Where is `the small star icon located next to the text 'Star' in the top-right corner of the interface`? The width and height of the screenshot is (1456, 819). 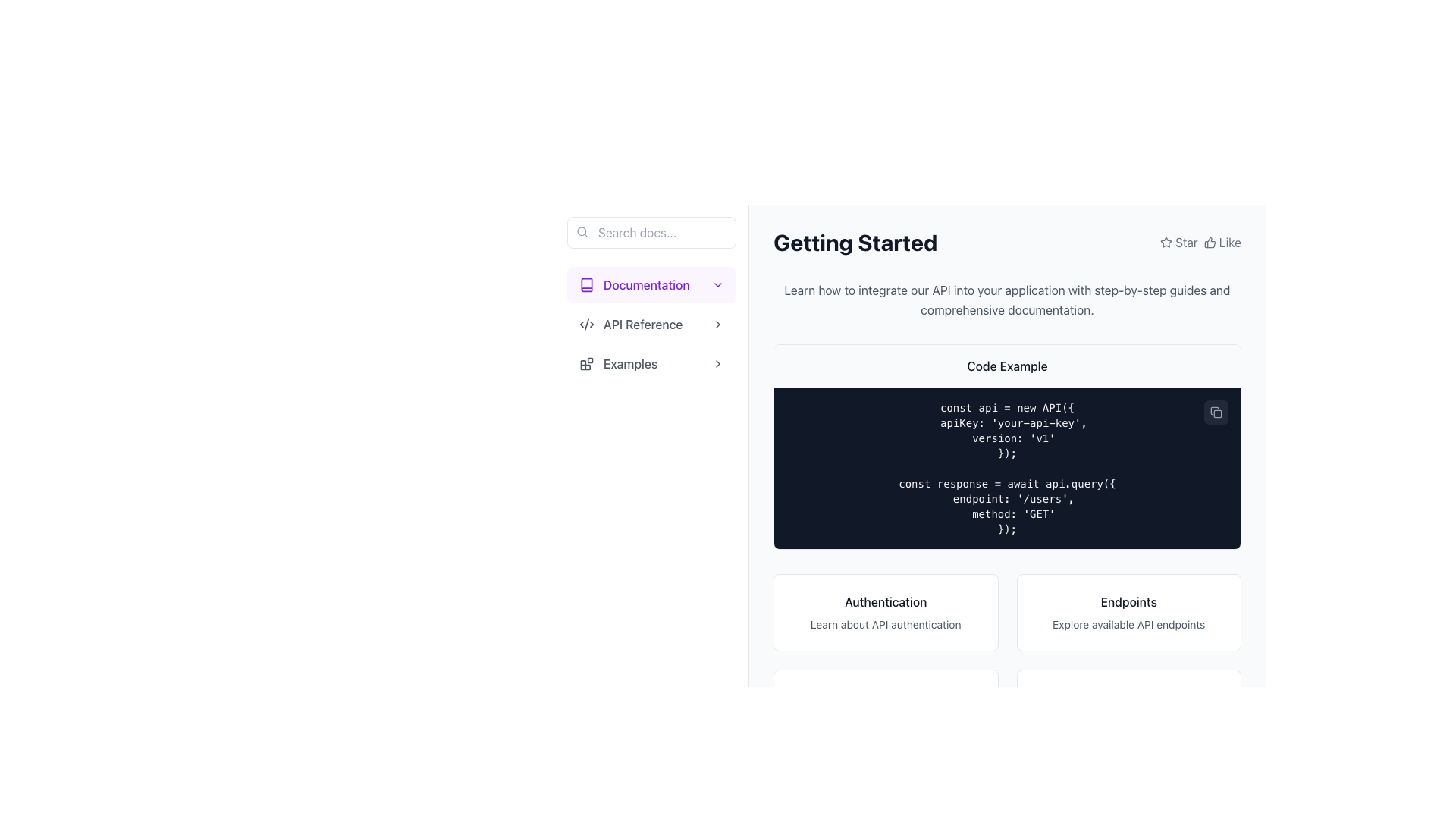
the small star icon located next to the text 'Star' in the top-right corner of the interface is located at coordinates (1166, 242).